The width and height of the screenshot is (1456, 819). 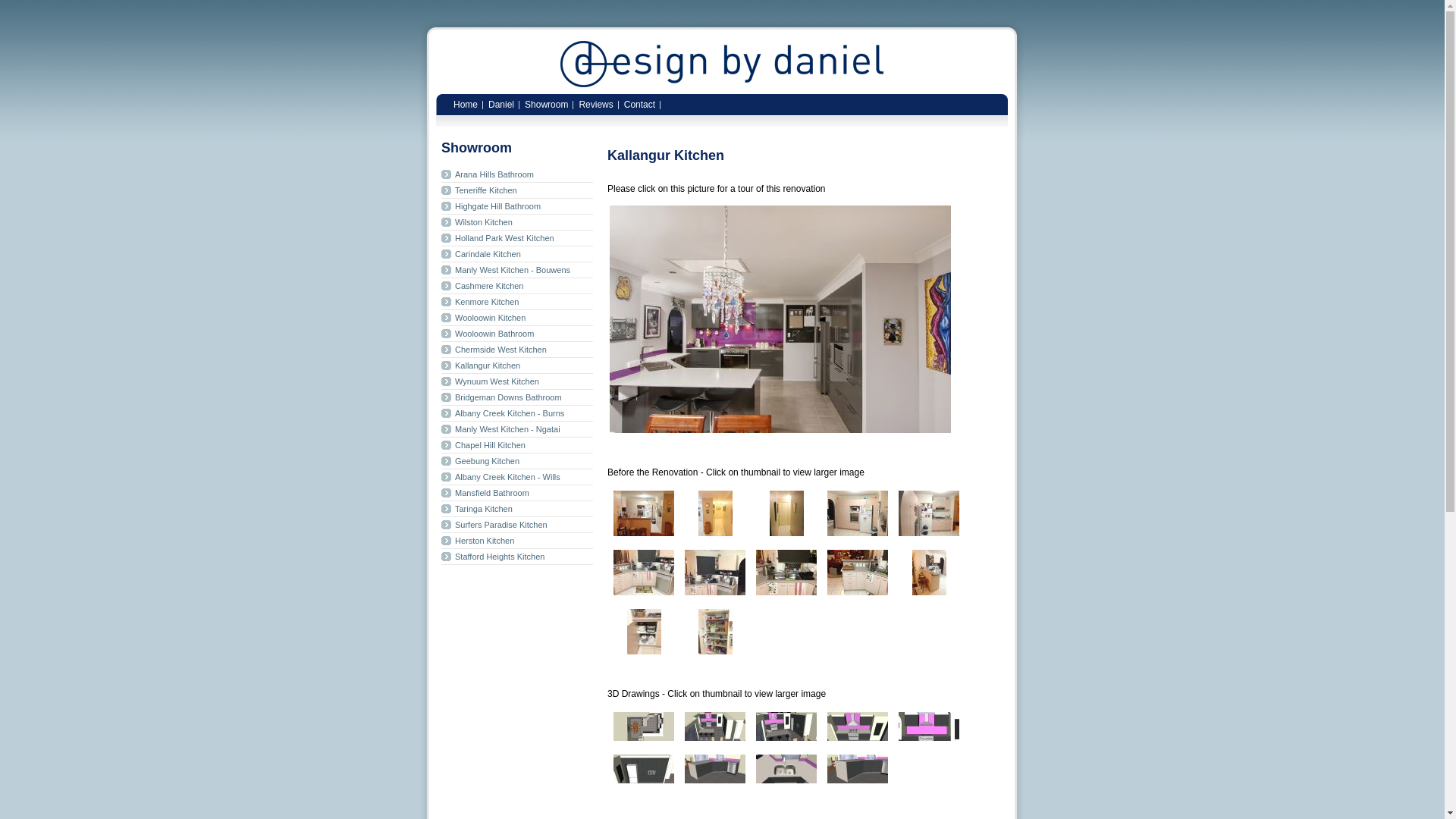 I want to click on 'Cashmere Kitchen', so click(x=516, y=286).